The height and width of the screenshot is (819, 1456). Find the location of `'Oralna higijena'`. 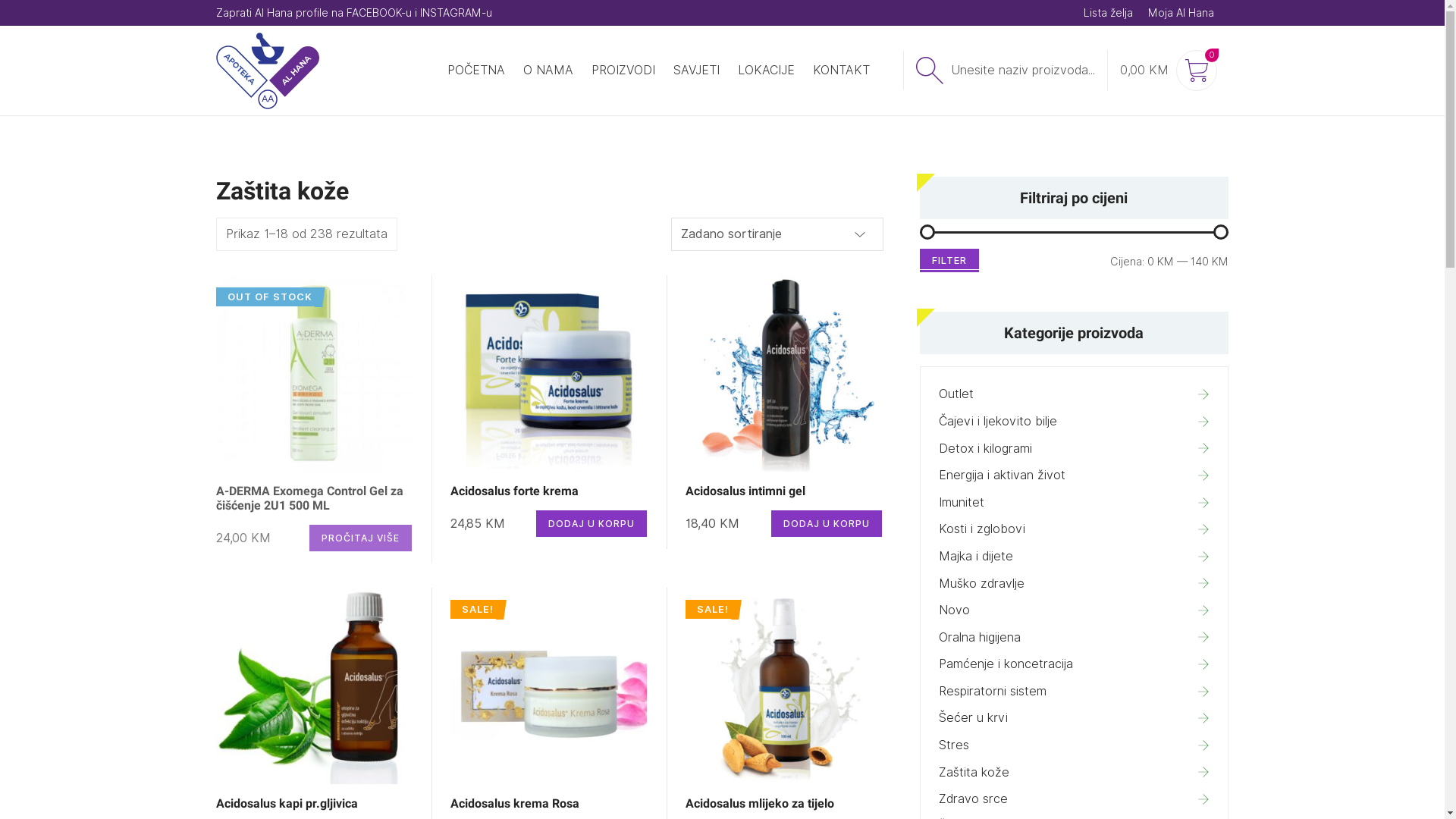

'Oralna higijena' is located at coordinates (1073, 637).